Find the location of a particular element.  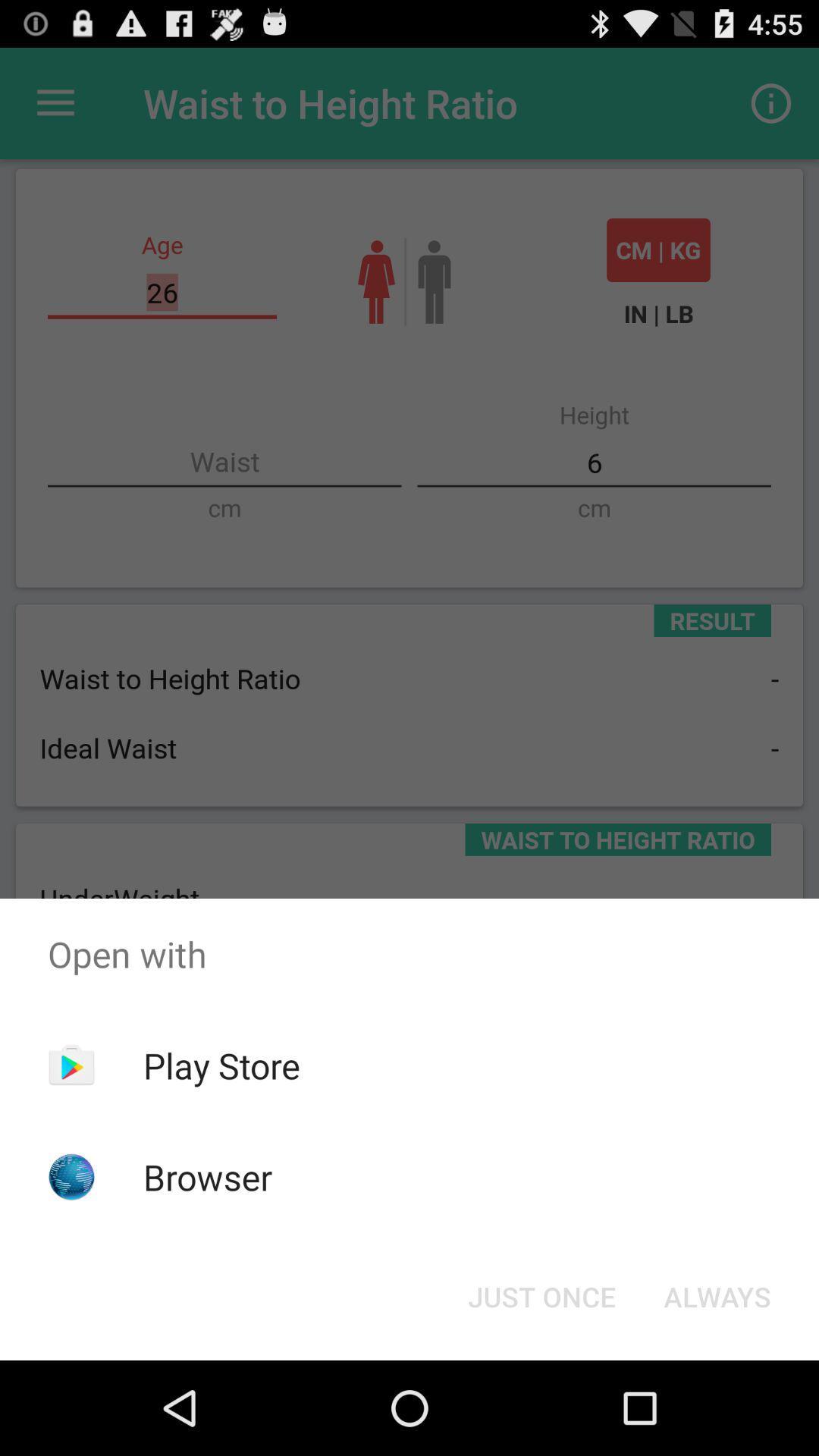

the app below the open with icon is located at coordinates (717, 1295).